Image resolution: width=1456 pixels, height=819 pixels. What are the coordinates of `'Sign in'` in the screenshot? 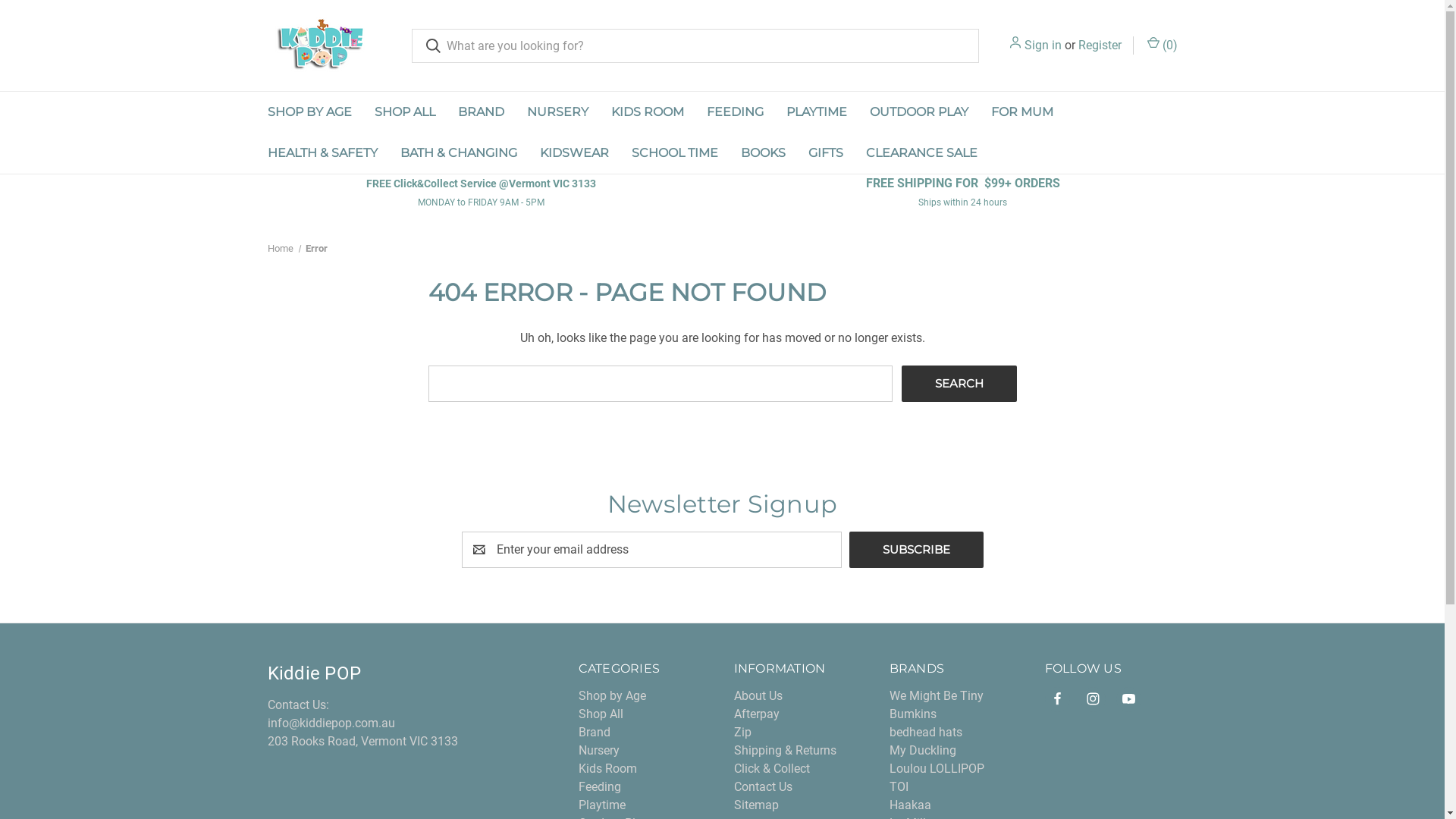 It's located at (1041, 45).